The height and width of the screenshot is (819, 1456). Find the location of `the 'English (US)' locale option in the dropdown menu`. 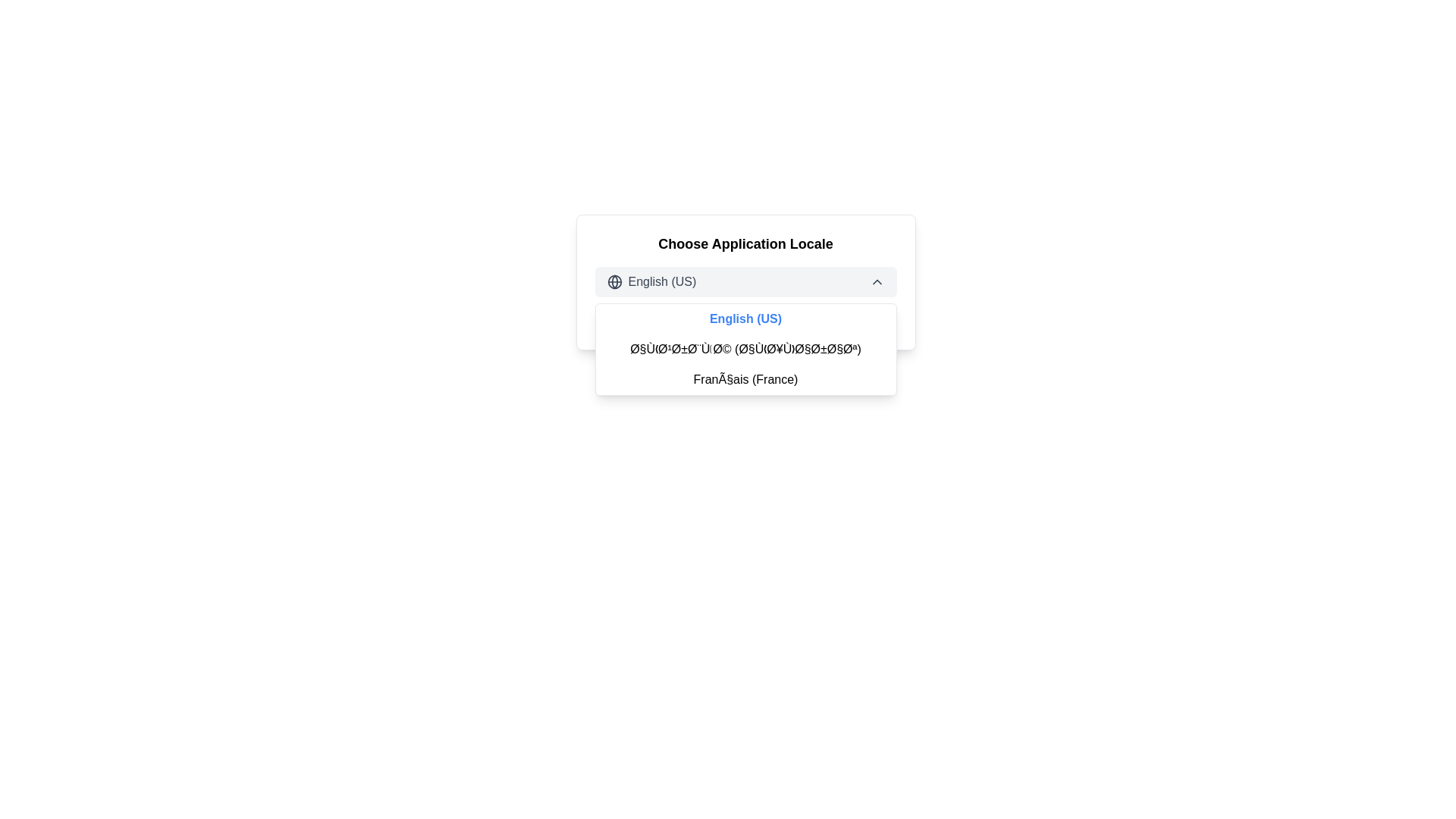

the 'English (US)' locale option in the dropdown menu is located at coordinates (745, 318).